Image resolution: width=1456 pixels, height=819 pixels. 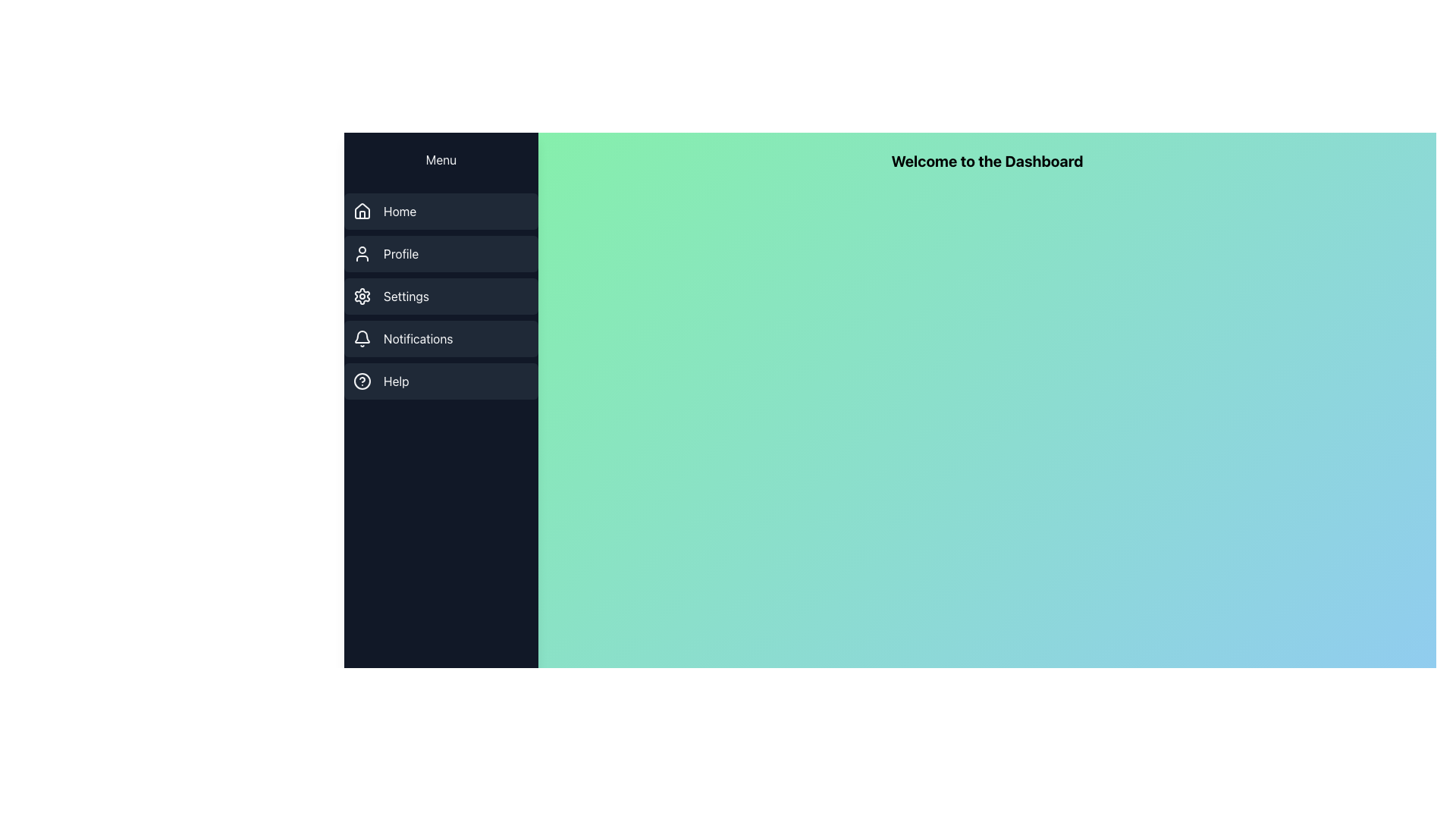 What do you see at coordinates (440, 338) in the screenshot?
I see `the 'Notifications' button, which is the fourth button in the vertical list of five buttons in the sidebar menu, located below the 'Settings' button and above the 'Help' button` at bounding box center [440, 338].